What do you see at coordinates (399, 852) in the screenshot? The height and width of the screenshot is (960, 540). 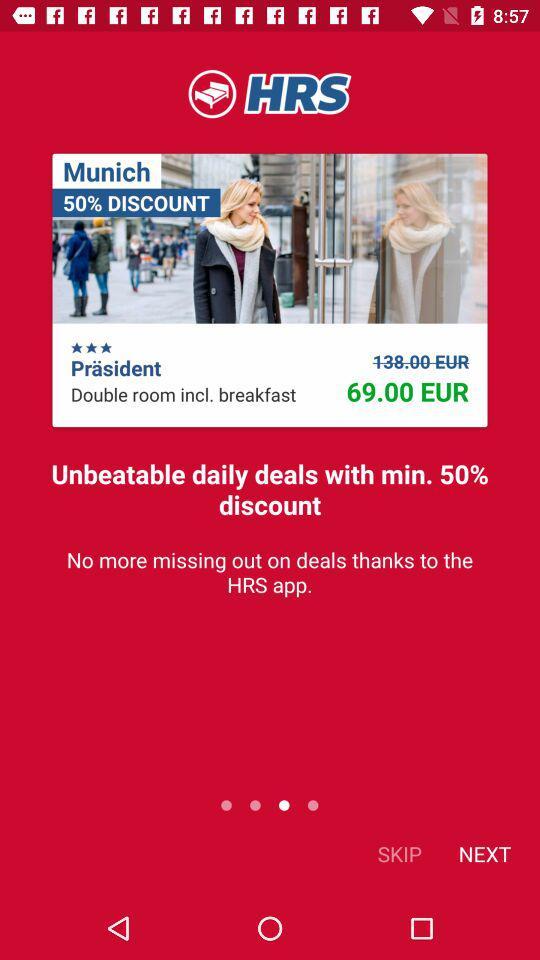 I see `item next to the next item` at bounding box center [399, 852].